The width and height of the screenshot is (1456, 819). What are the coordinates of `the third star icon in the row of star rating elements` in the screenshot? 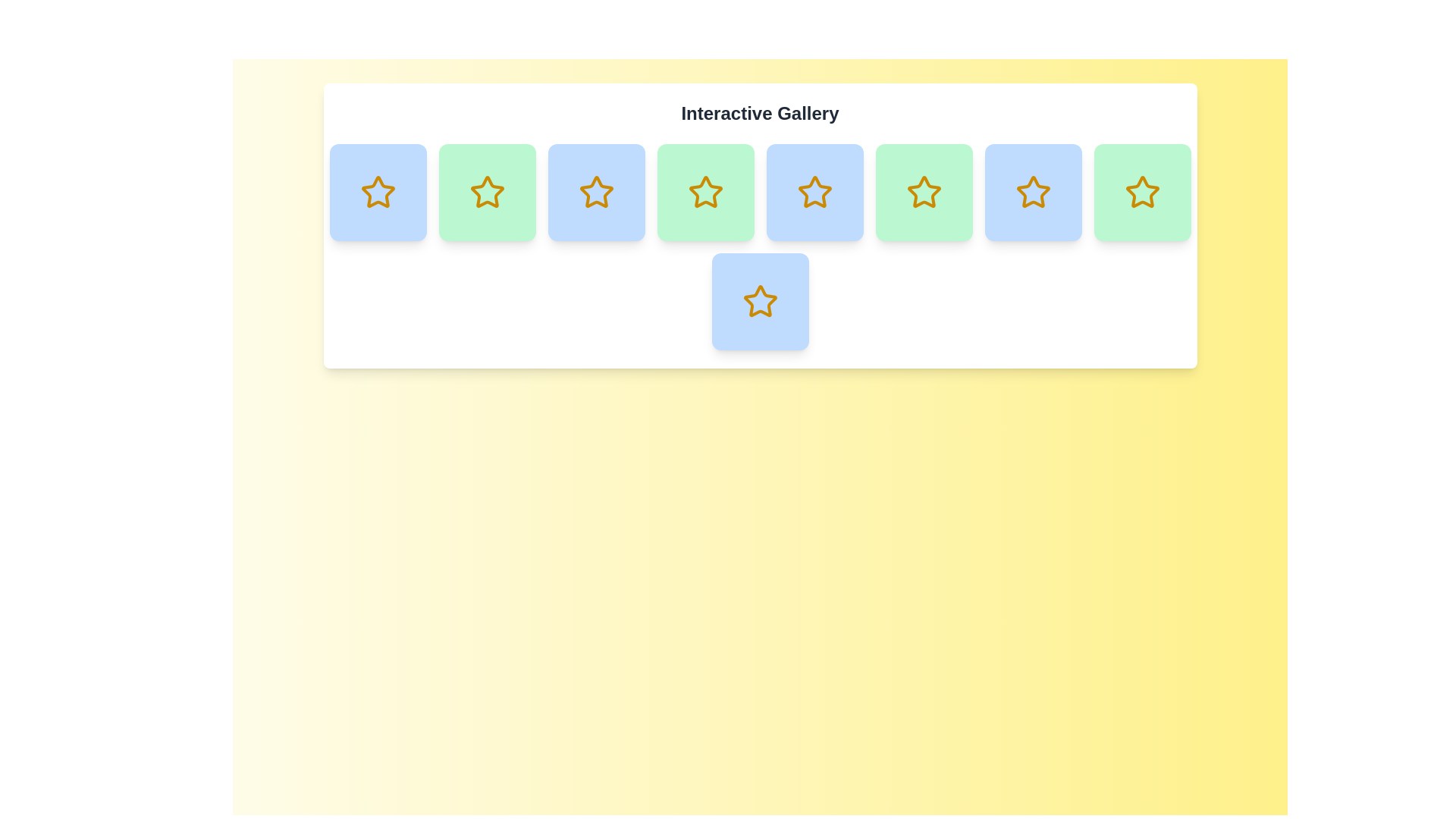 It's located at (595, 191).